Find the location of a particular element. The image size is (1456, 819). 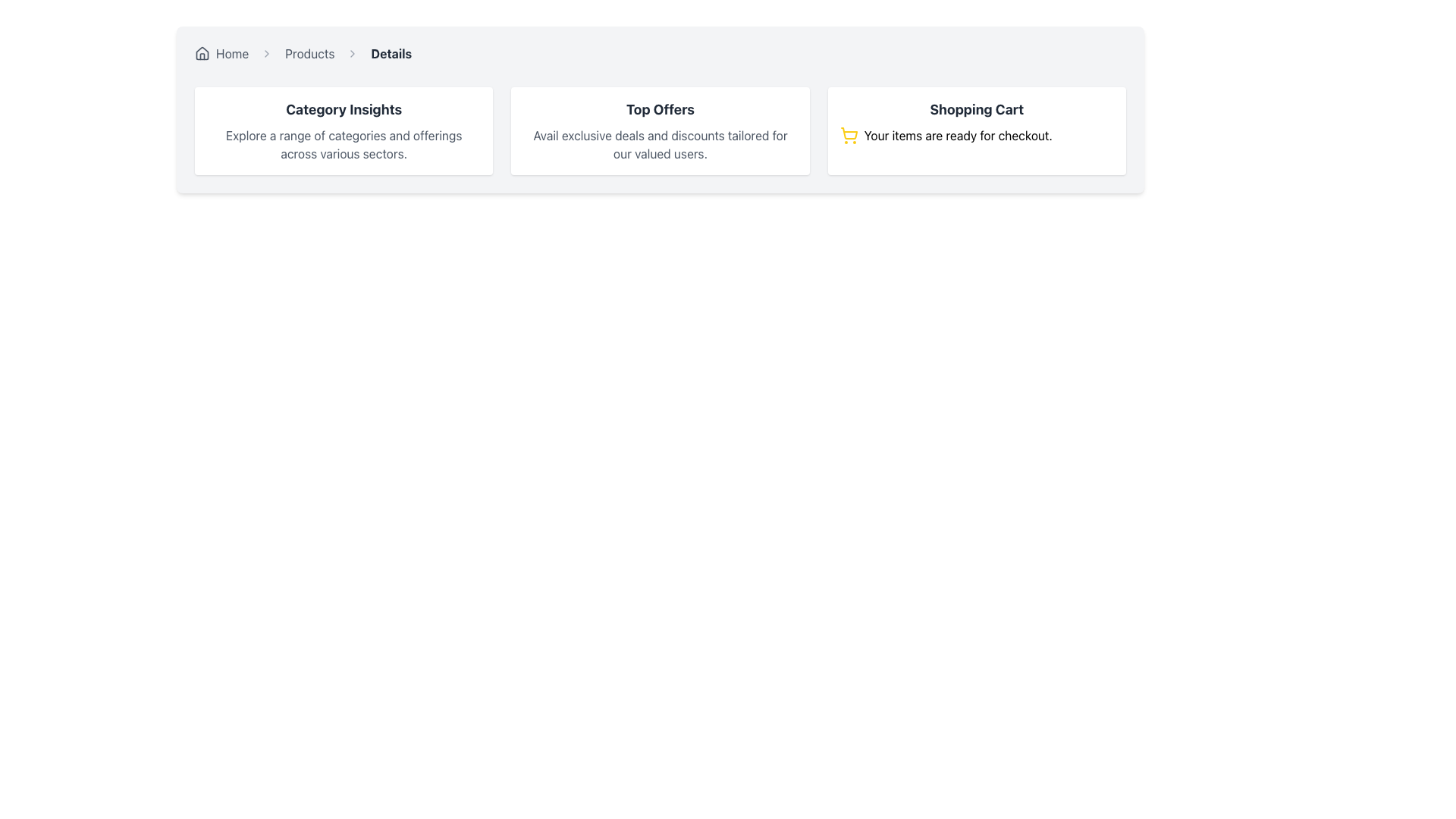

the Informational card, which is the second card in a three-card layout, located centrally between the 'Category Insights' card and the 'Shopping Cart' card is located at coordinates (660, 130).